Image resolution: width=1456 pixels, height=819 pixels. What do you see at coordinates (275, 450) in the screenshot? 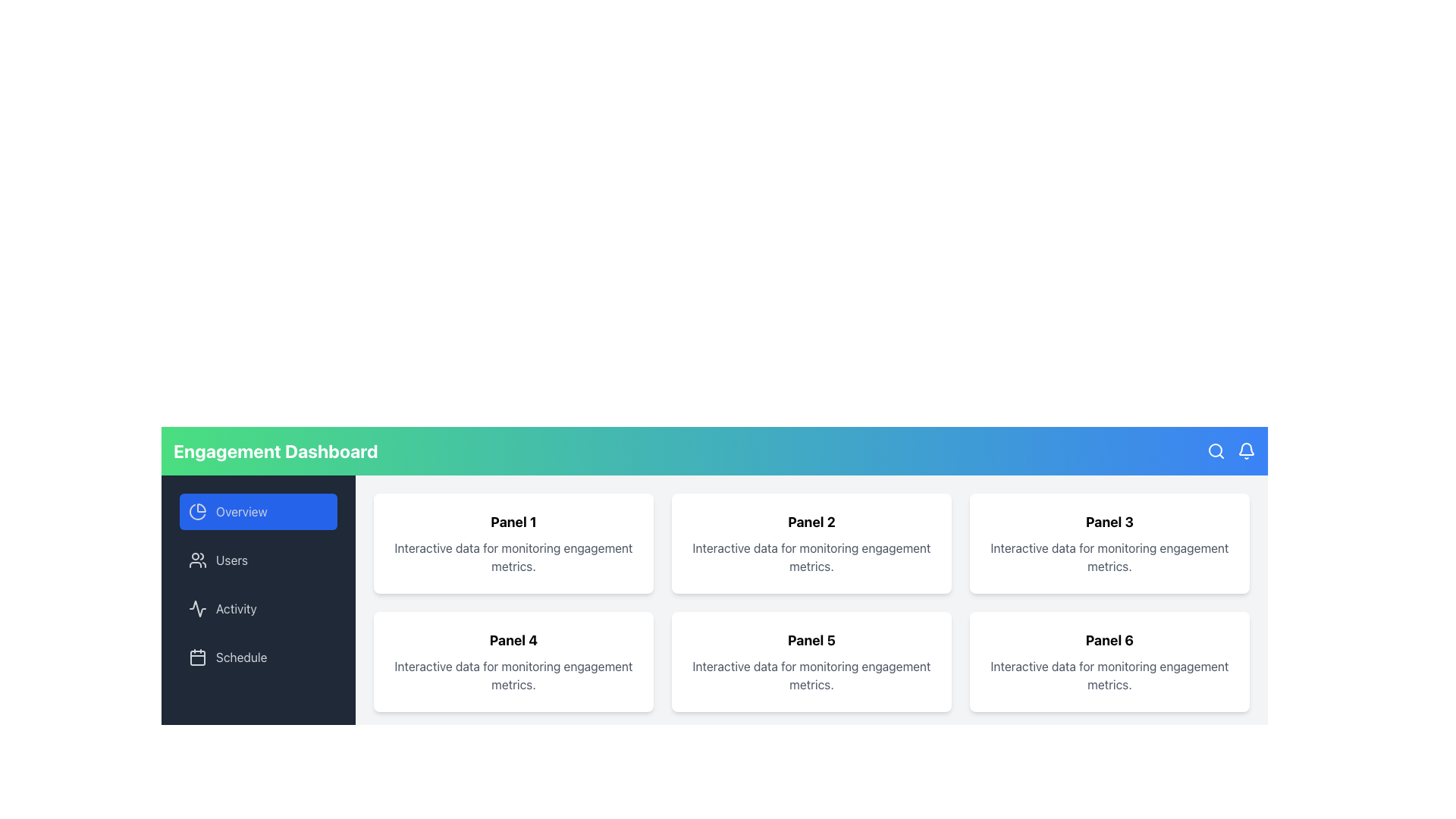
I see `the title or heading text located in the left section of the banner header, which indicates the purpose or context of the displayed content` at bounding box center [275, 450].